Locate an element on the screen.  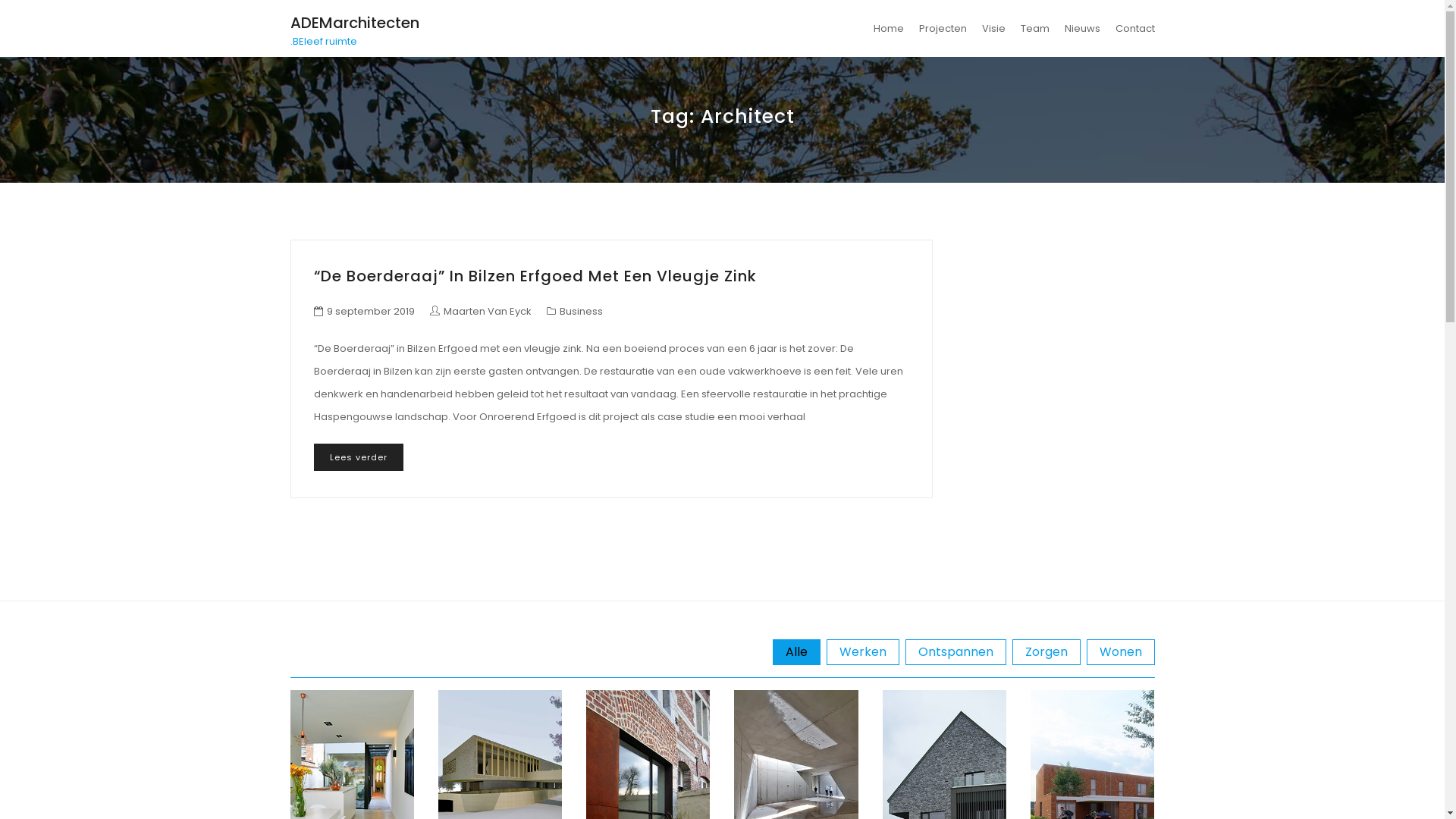
'Projecten' is located at coordinates (942, 28).